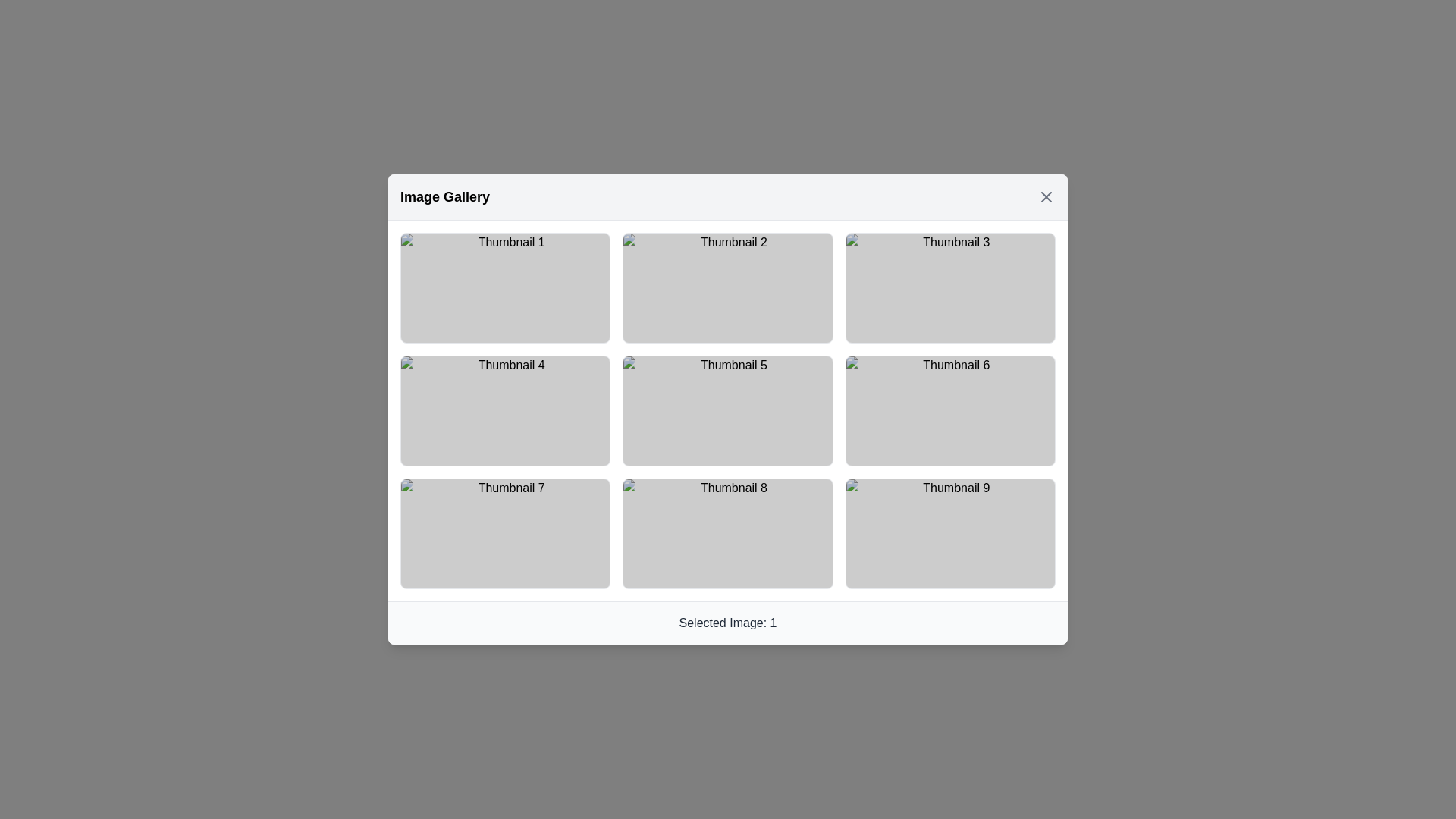  I want to click on the close button located at the top-right corner of the interface, so click(1046, 196).